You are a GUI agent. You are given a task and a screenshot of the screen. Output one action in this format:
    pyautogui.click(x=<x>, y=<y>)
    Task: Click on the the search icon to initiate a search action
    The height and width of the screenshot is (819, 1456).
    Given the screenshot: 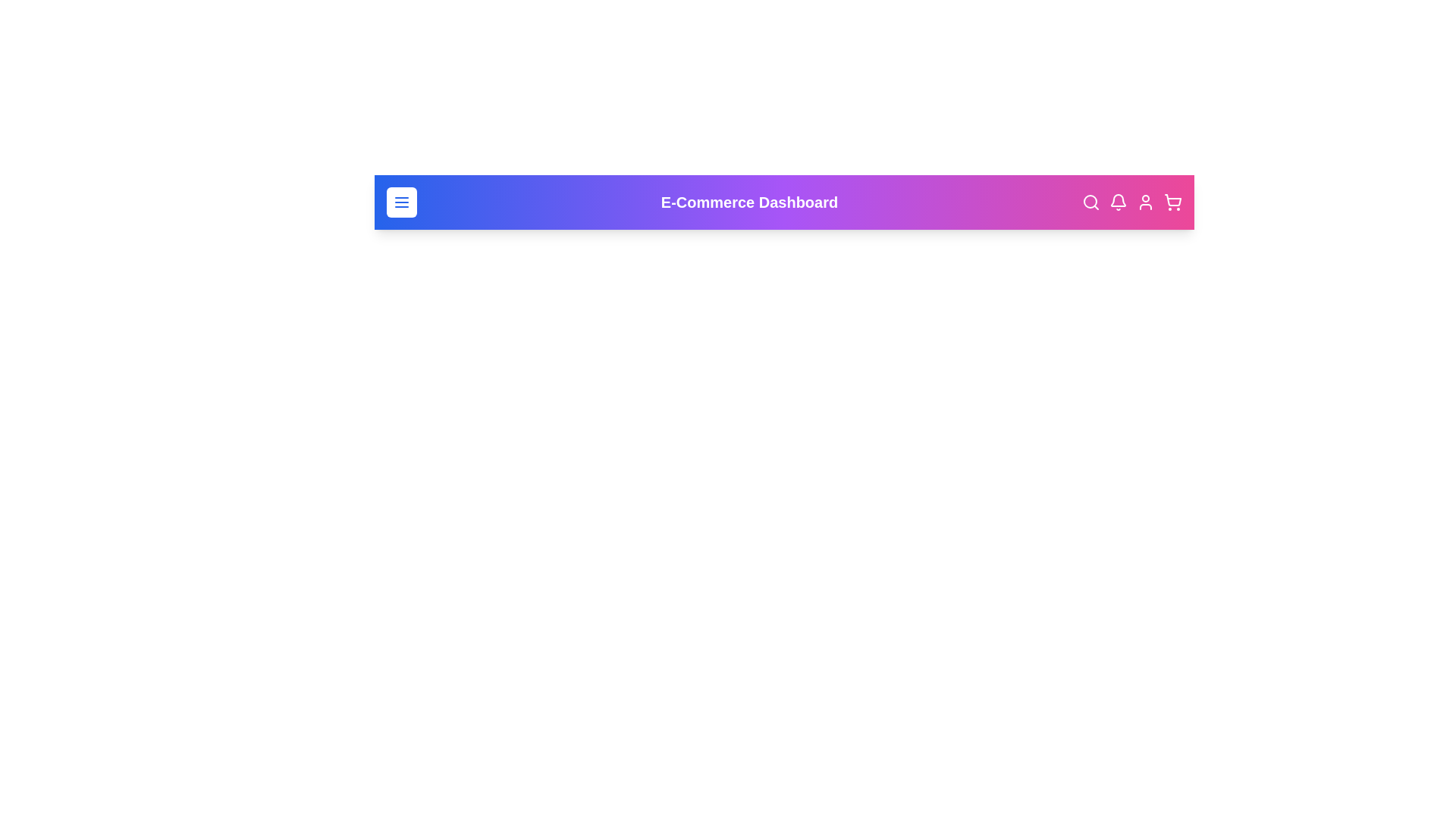 What is the action you would take?
    pyautogui.click(x=1090, y=201)
    